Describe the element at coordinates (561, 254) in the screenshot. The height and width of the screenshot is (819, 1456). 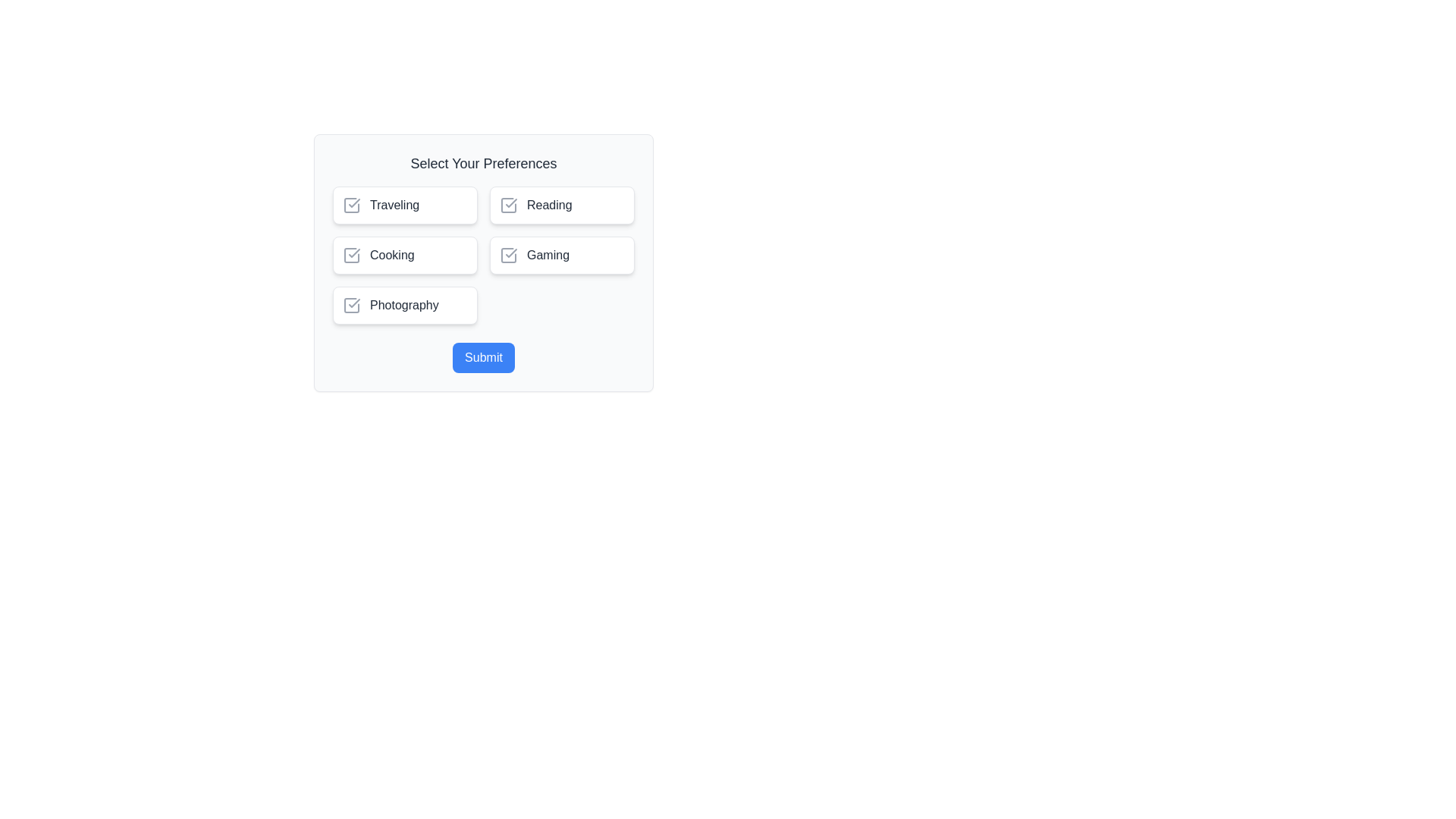
I see `the 'Gaming' checkbox-based selection button to navigate` at that location.